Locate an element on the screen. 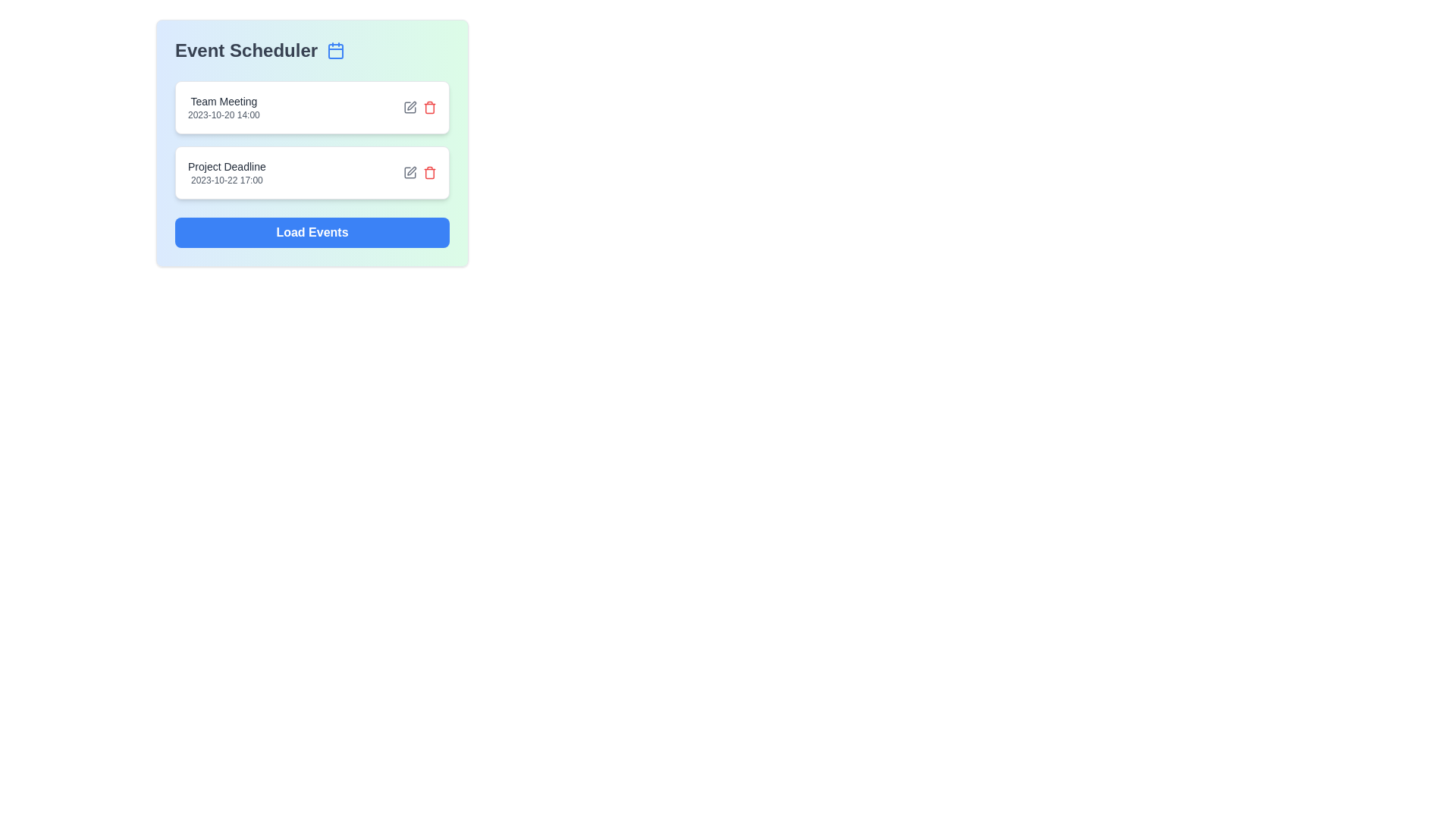  information displayed in the text label showing 'Project Deadline' and '2023-10-22 17:00', which is the second item in a list of events within a card layout is located at coordinates (226, 171).